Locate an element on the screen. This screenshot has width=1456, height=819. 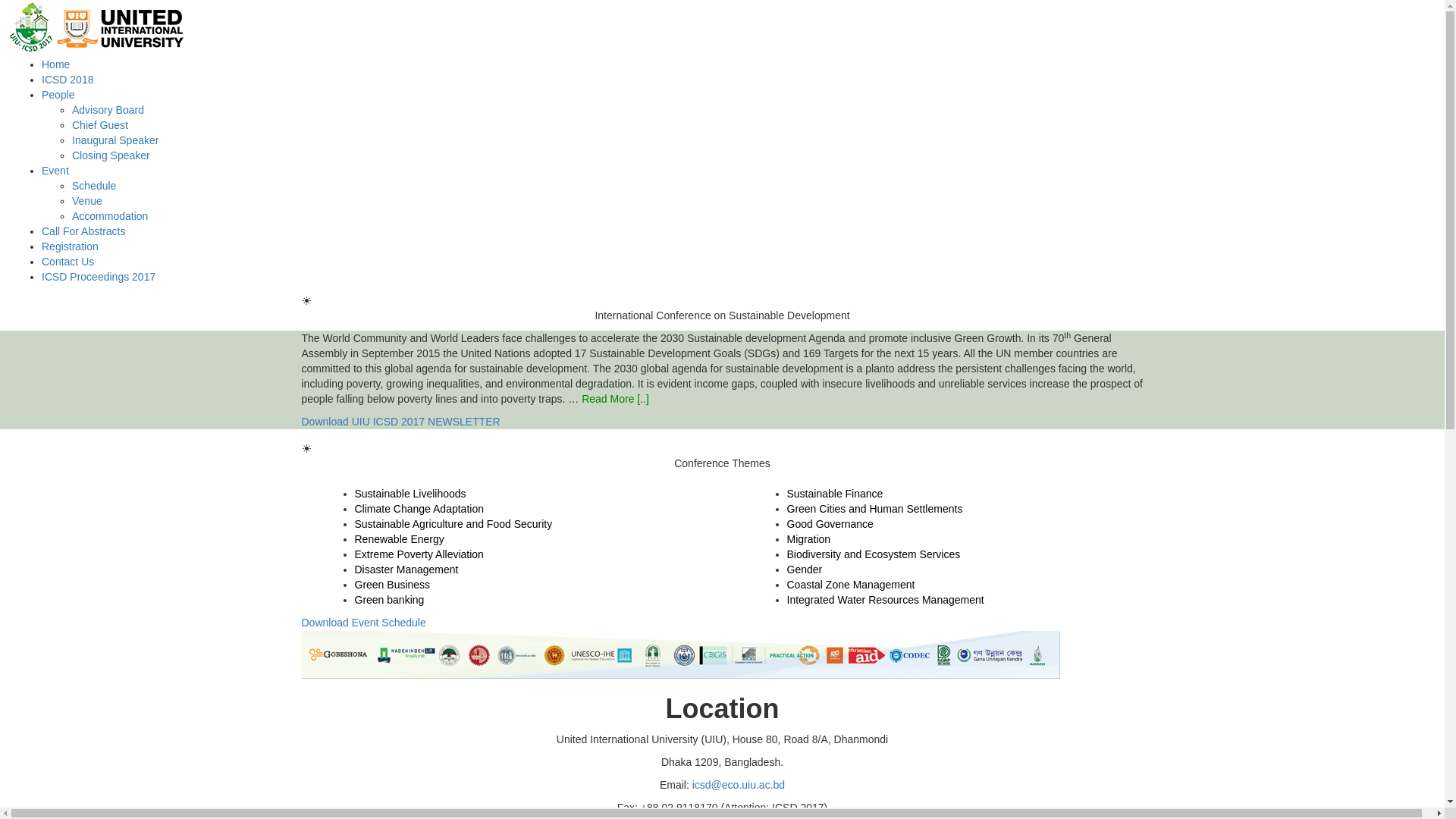
'Inaugural Speaker' is located at coordinates (115, 140).